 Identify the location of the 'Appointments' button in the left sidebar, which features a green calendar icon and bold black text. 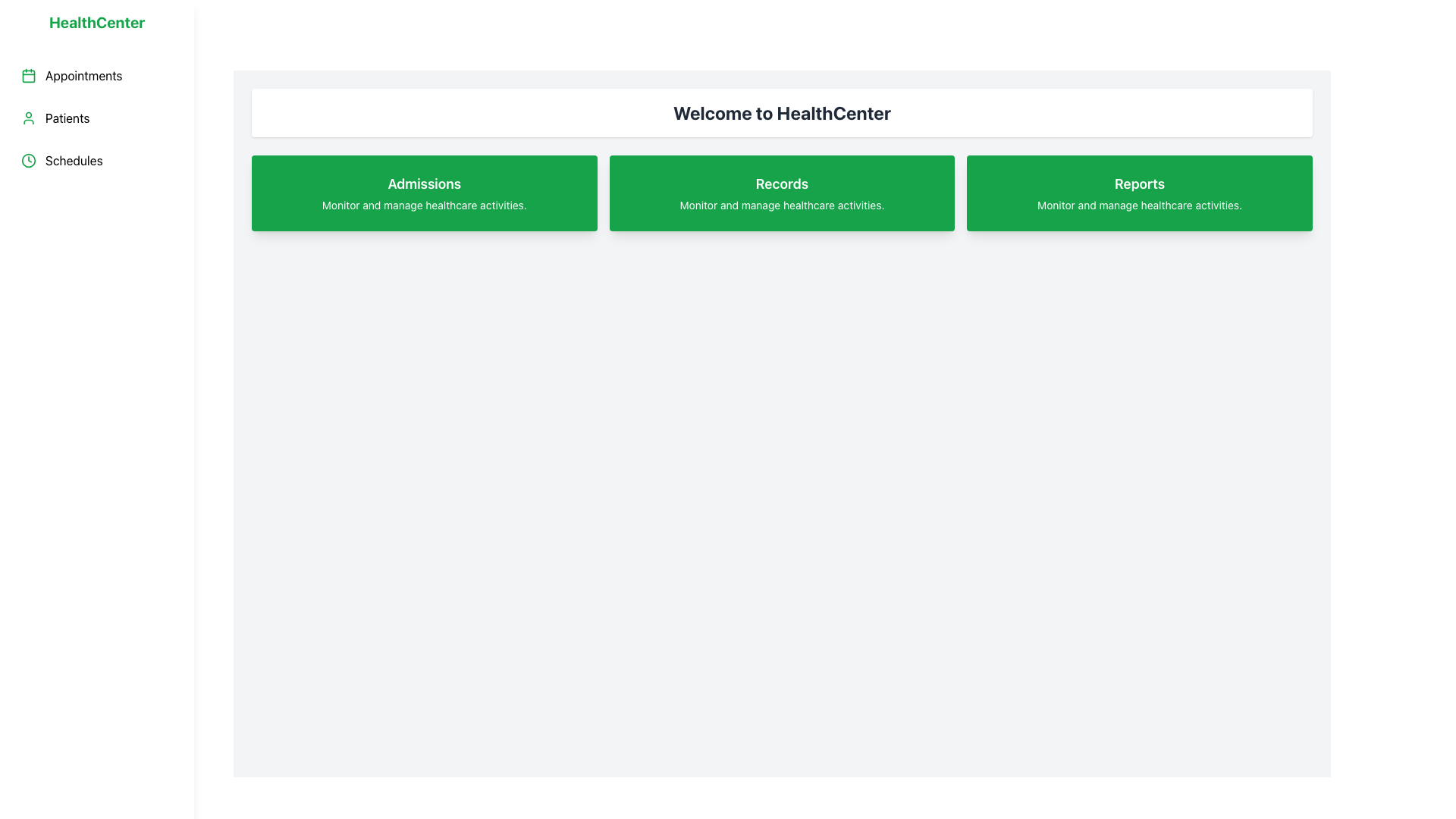
(96, 76).